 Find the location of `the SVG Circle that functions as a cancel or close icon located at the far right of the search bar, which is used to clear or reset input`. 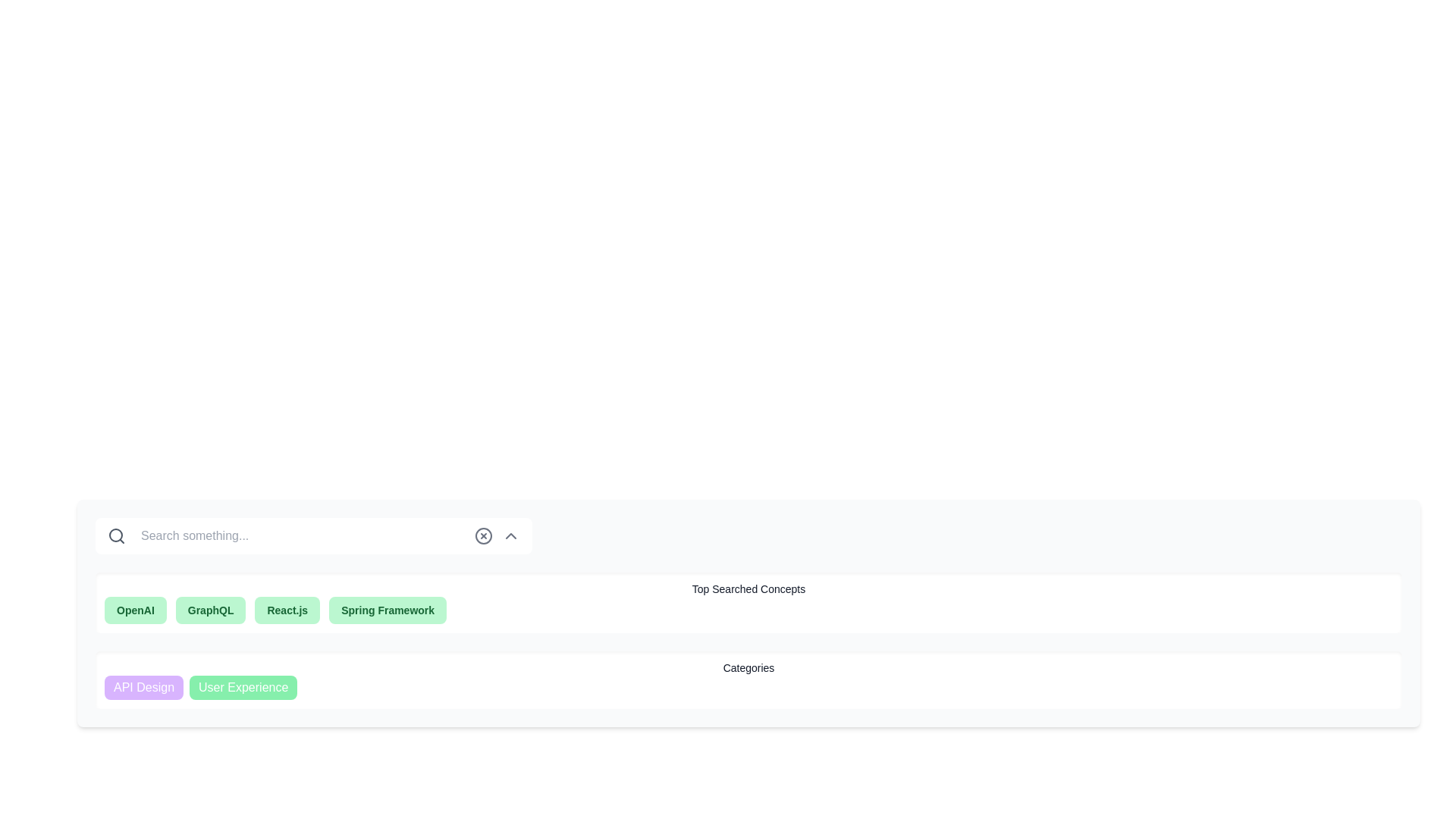

the SVG Circle that functions as a cancel or close icon located at the far right of the search bar, which is used to clear or reset input is located at coordinates (483, 535).